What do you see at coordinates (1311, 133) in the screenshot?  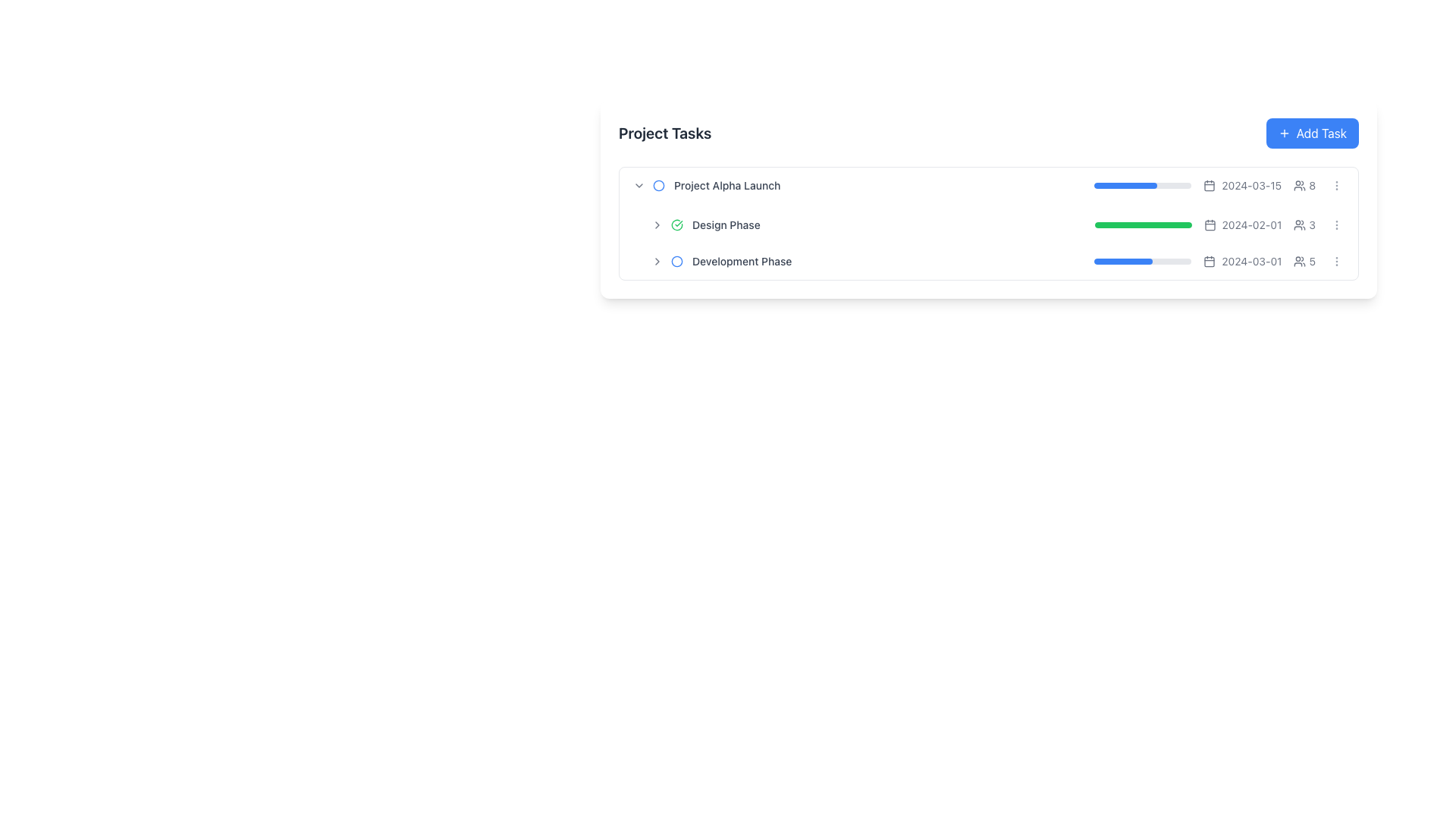 I see `the 'Add Task' button with a blue background and rounded corners, located at the top-right corner of the 'Project Tasks' header` at bounding box center [1311, 133].